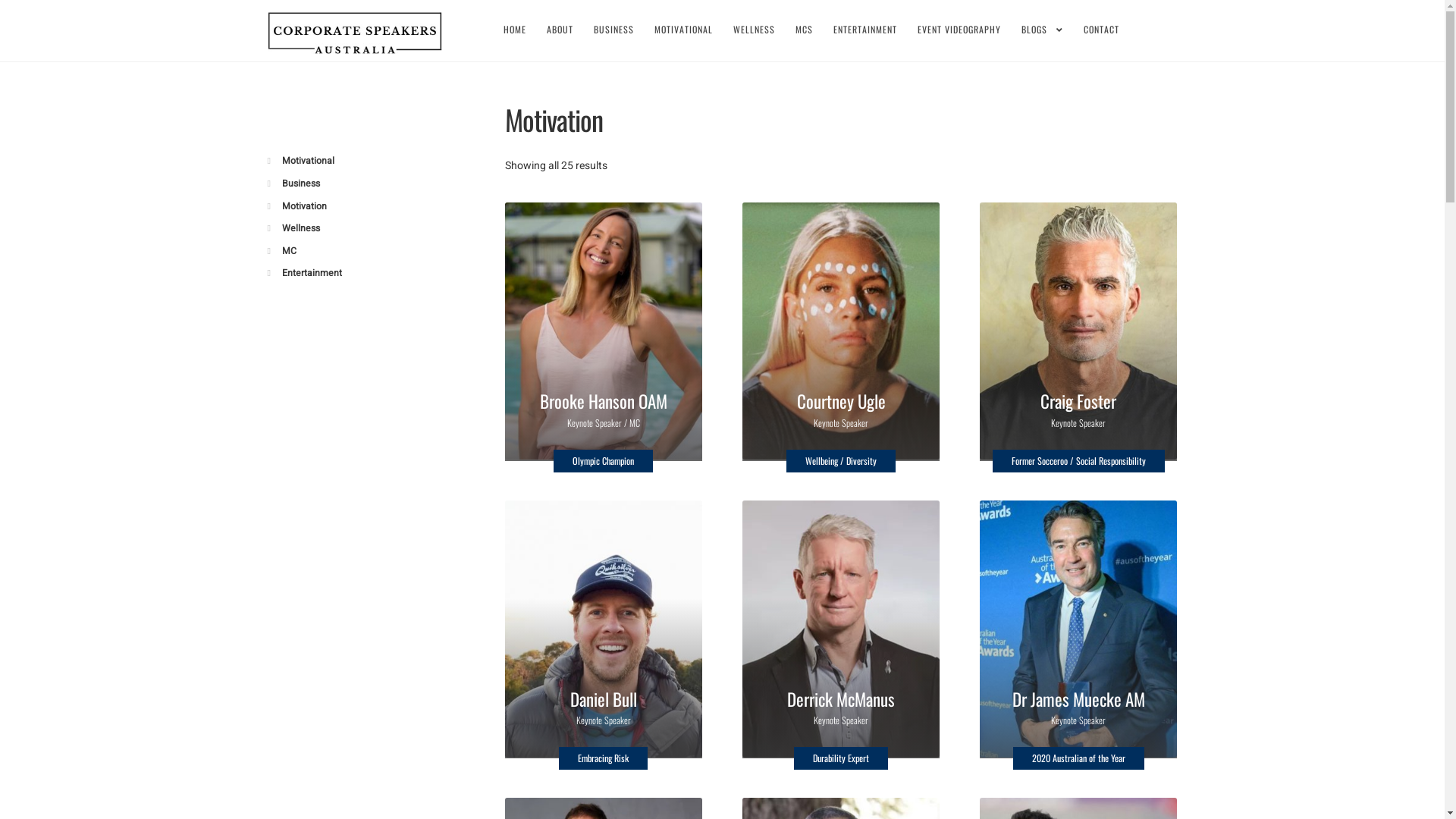 Image resolution: width=1456 pixels, height=819 pixels. What do you see at coordinates (908, 29) in the screenshot?
I see `'EVENT VIDEOGRAPHY'` at bounding box center [908, 29].